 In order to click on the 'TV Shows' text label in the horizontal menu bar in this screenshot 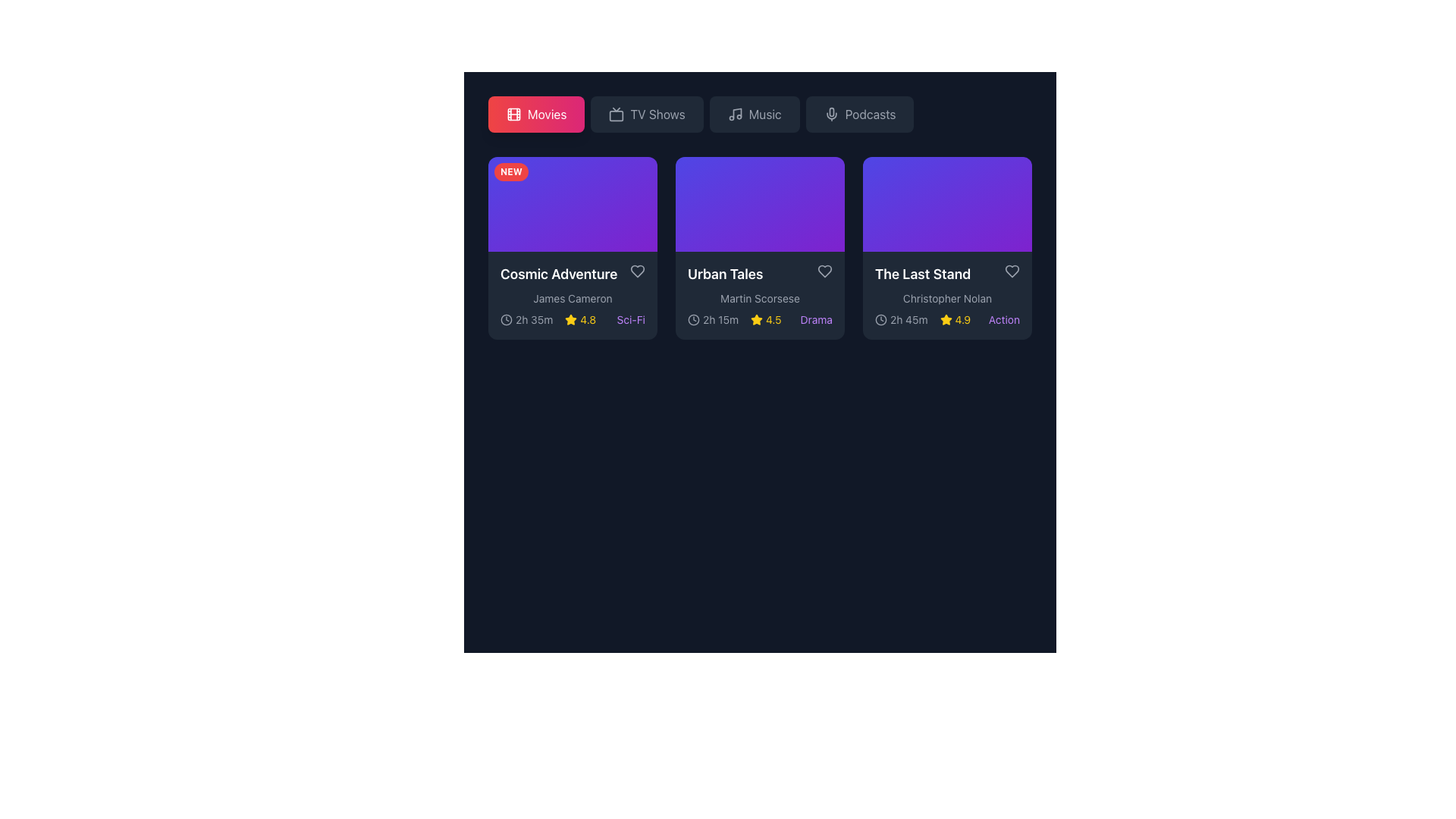, I will do `click(657, 113)`.